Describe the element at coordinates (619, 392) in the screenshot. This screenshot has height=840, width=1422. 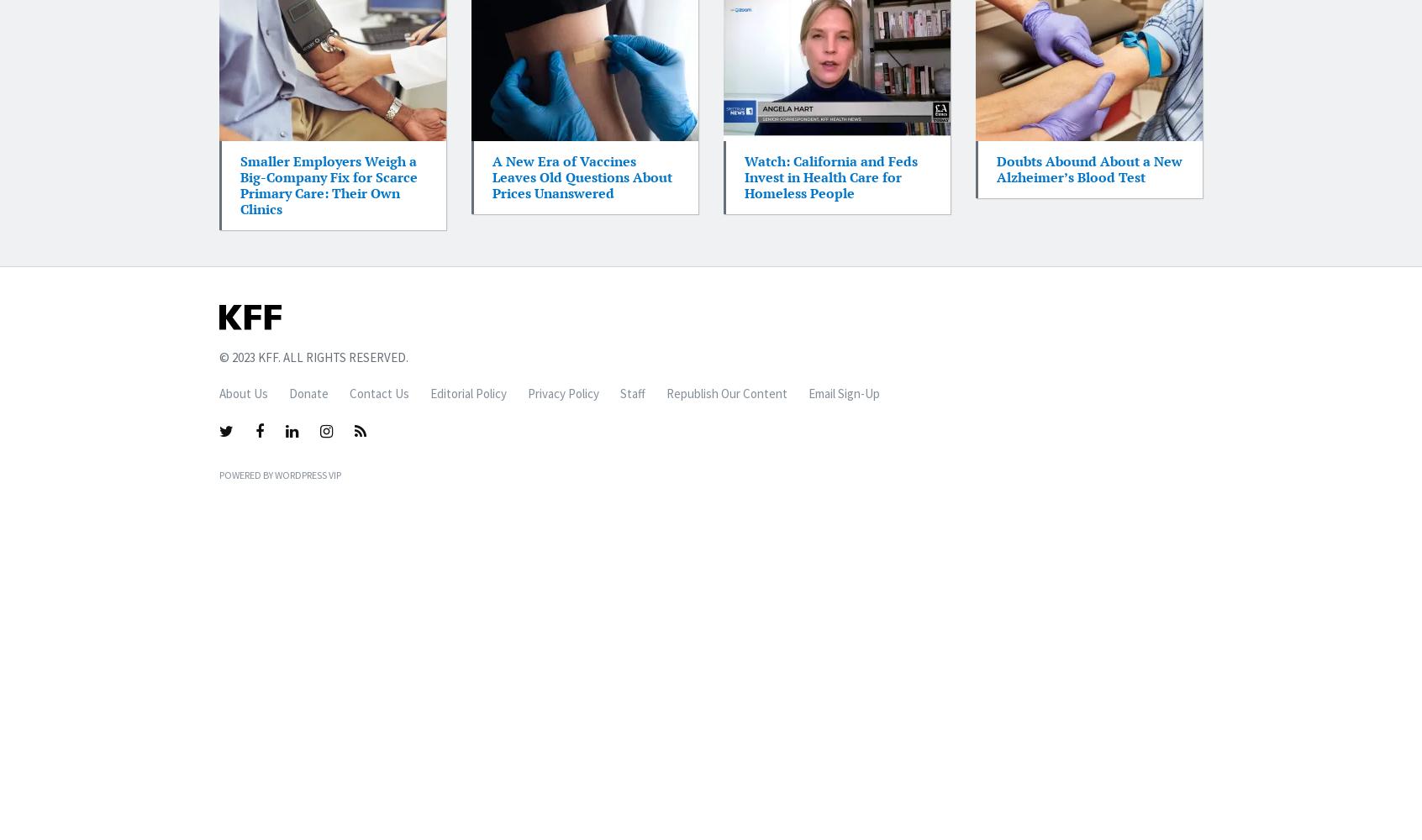
I see `'Staff'` at that location.